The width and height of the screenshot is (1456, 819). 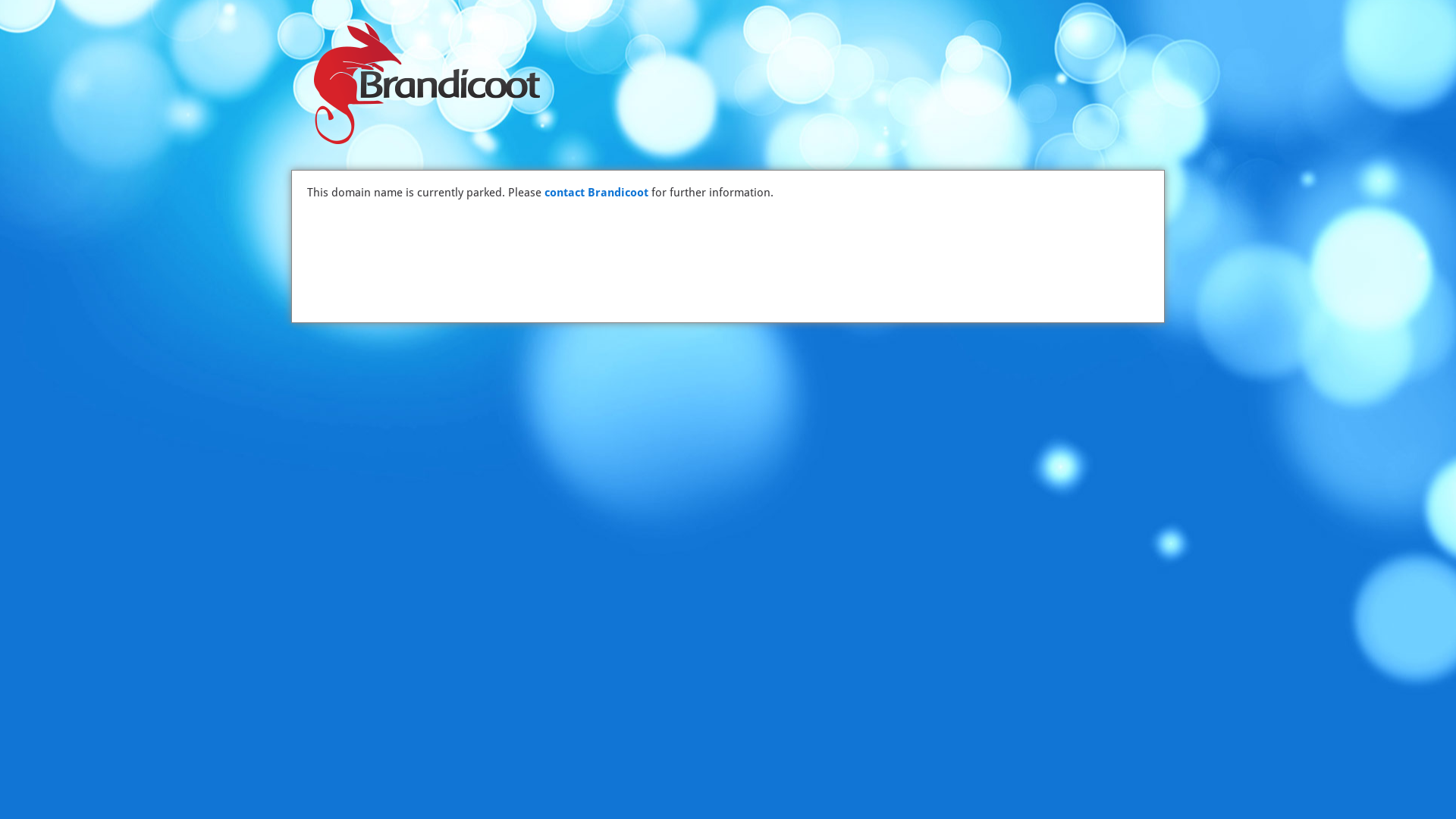 I want to click on 'contact Brandicoot', so click(x=595, y=192).